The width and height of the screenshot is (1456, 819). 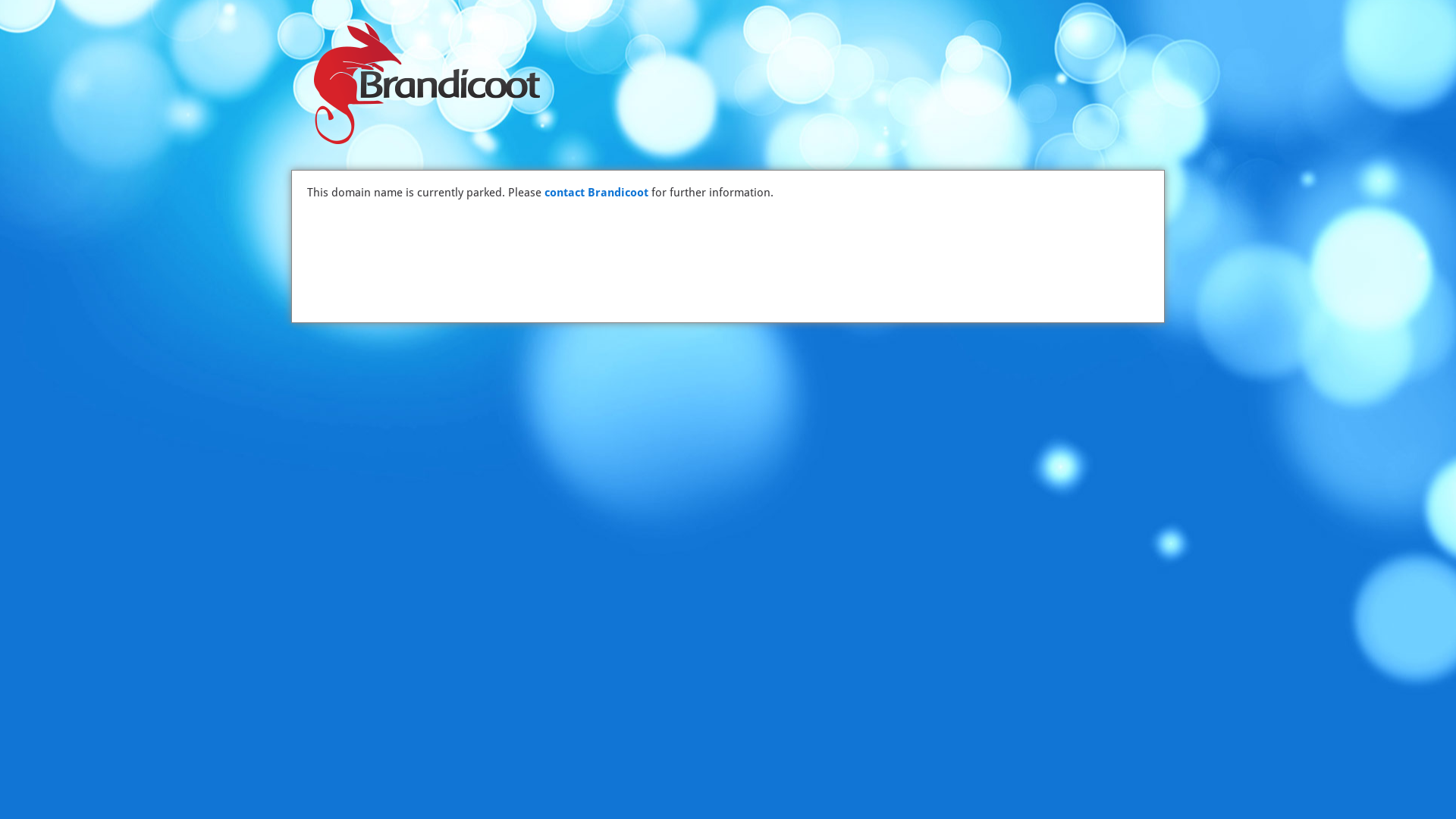 I want to click on 'contact Brandicoot', so click(x=595, y=192).